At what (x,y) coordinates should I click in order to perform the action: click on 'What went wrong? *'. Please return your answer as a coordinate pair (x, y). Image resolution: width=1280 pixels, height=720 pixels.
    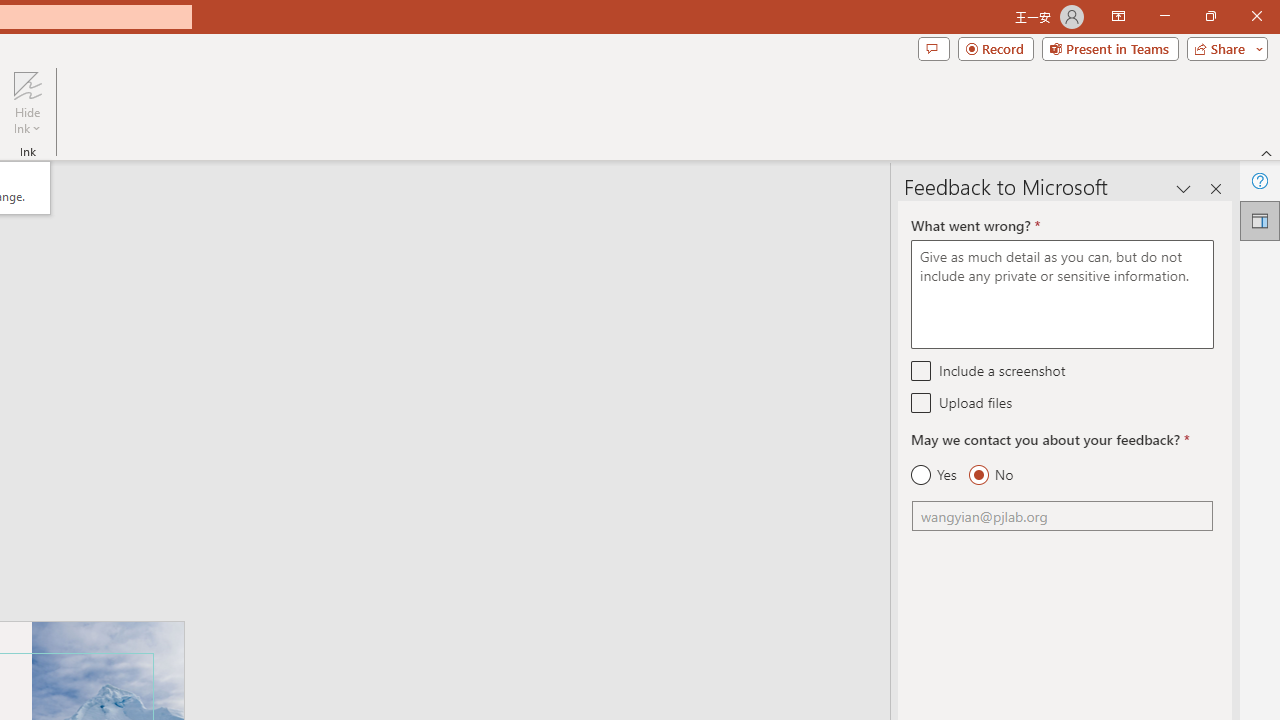
    Looking at the image, I should click on (1061, 294).